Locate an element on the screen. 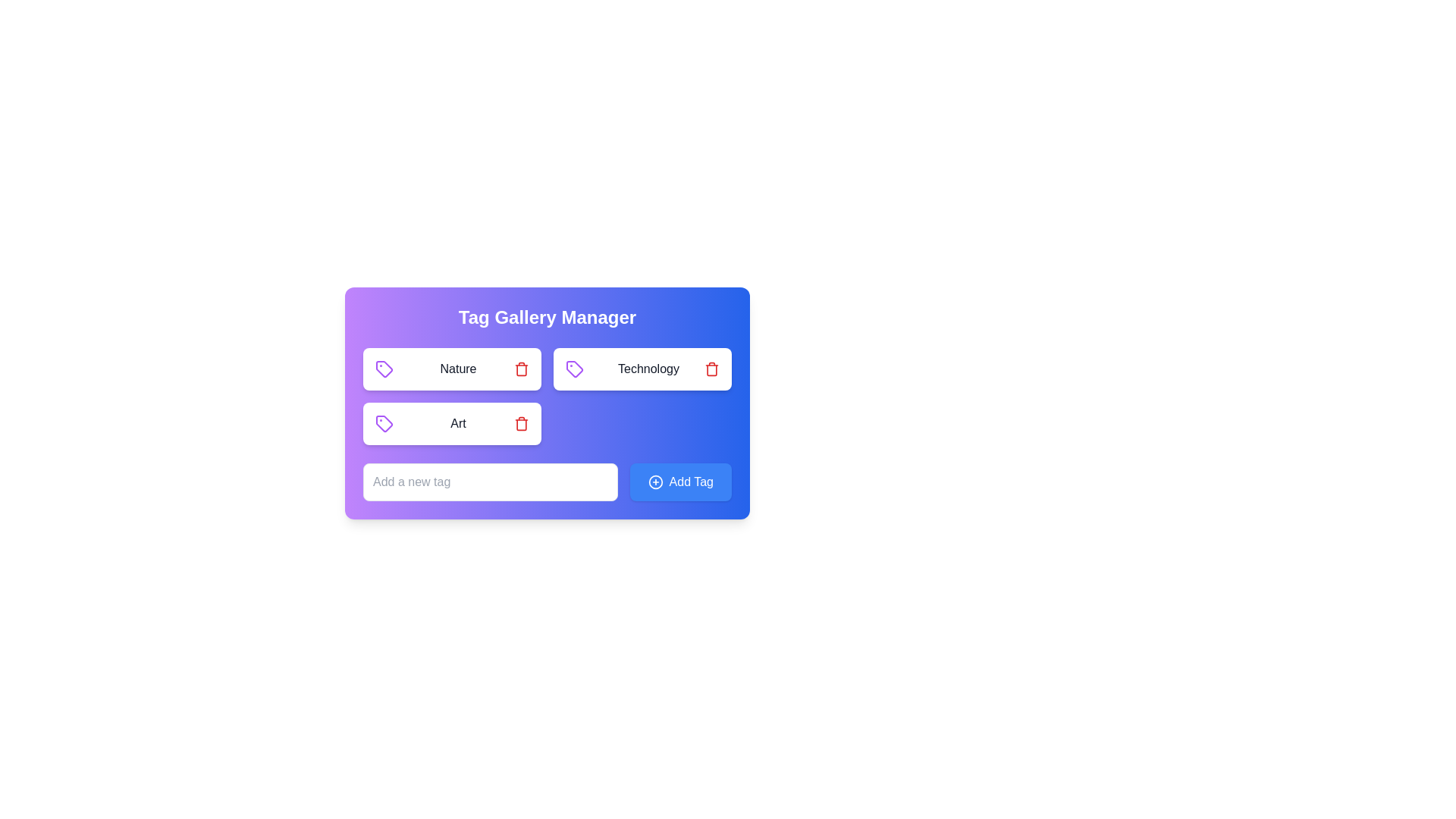  the 'Add Tag' button, which has a blue background and white text with a plus sign icon is located at coordinates (679, 482).